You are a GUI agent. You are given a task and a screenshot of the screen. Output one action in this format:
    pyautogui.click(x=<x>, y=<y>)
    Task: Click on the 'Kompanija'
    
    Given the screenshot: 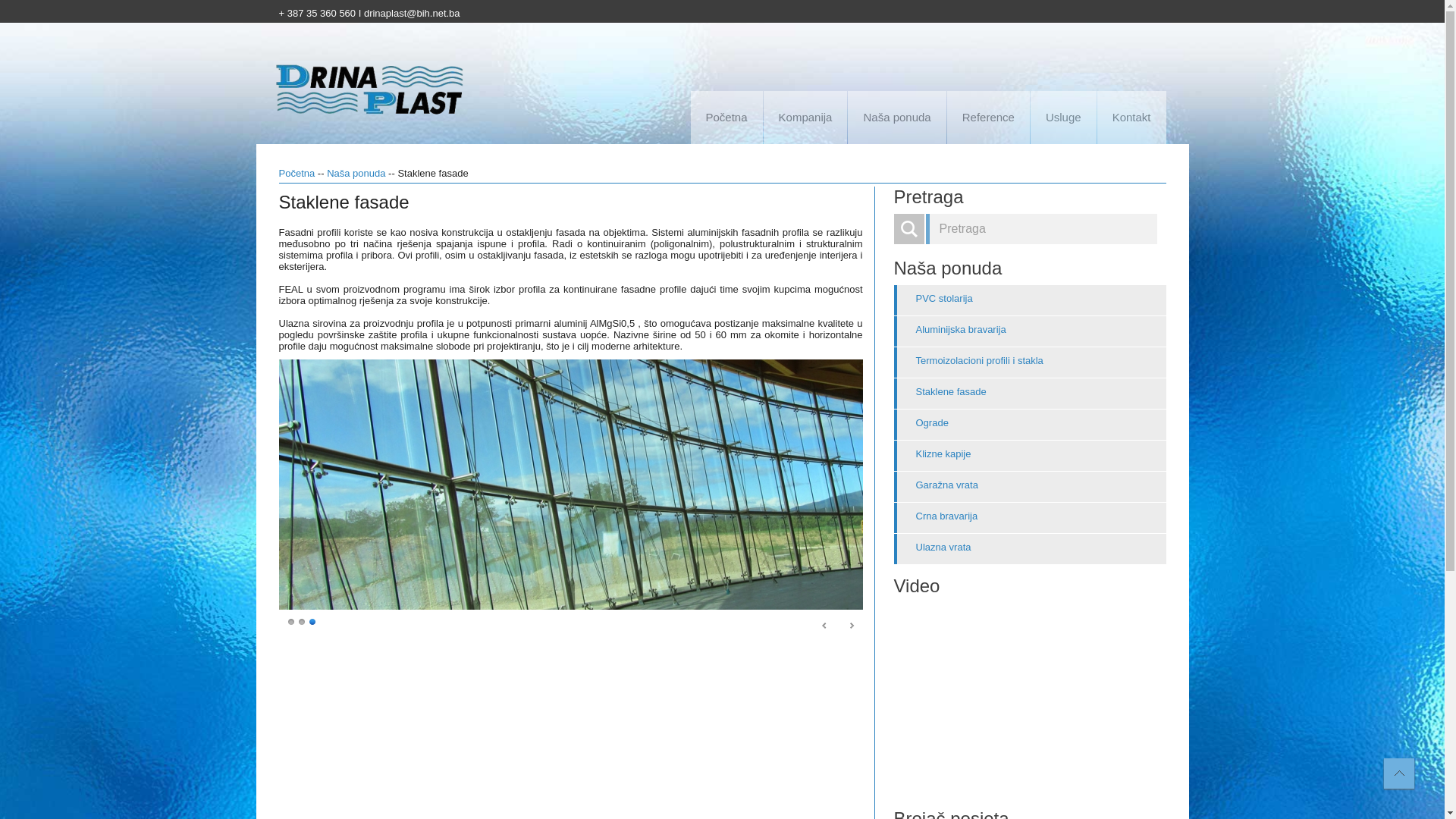 What is the action you would take?
    pyautogui.click(x=805, y=116)
    